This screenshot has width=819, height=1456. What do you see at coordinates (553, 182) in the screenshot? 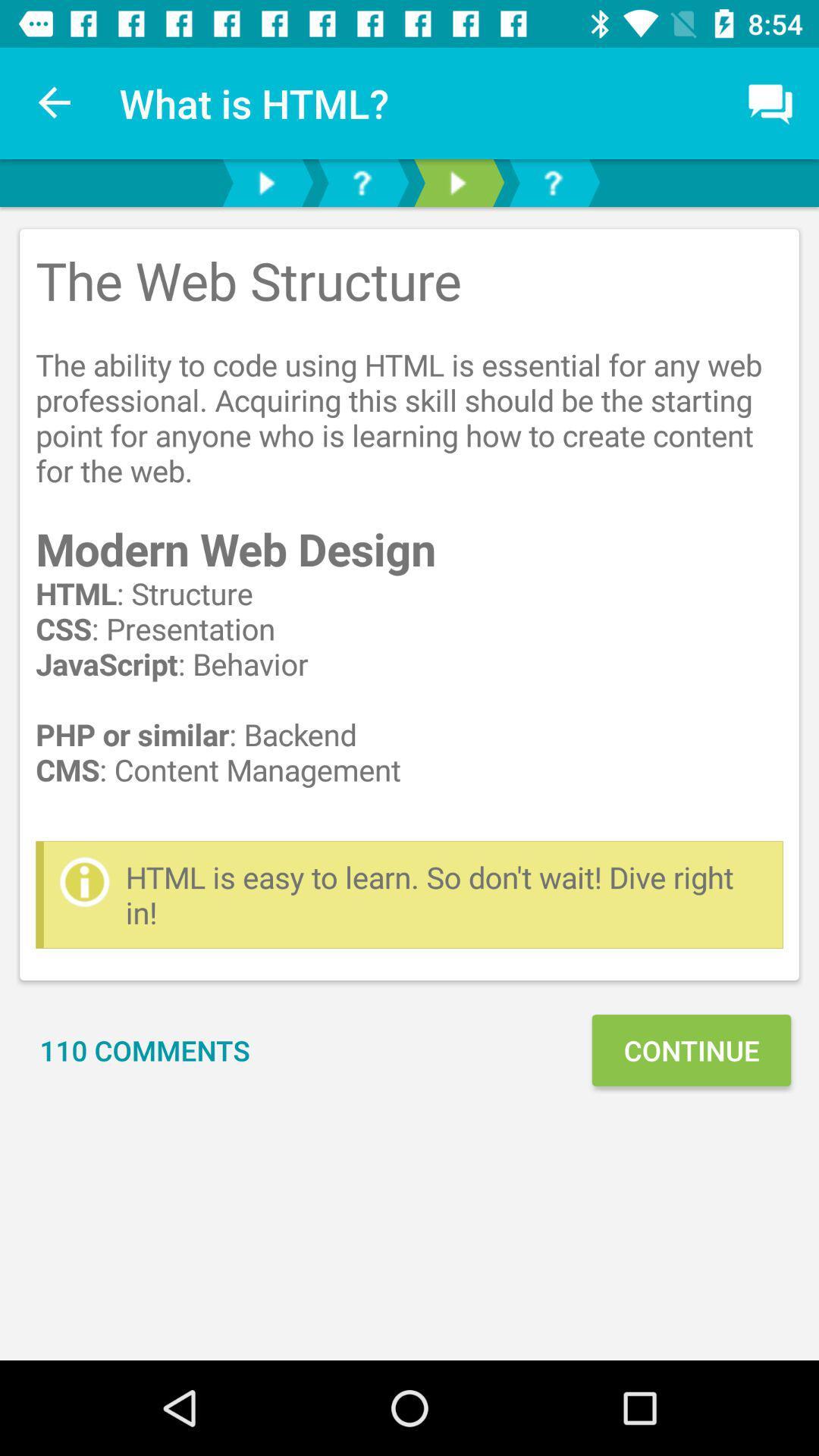
I see `the help icon` at bounding box center [553, 182].